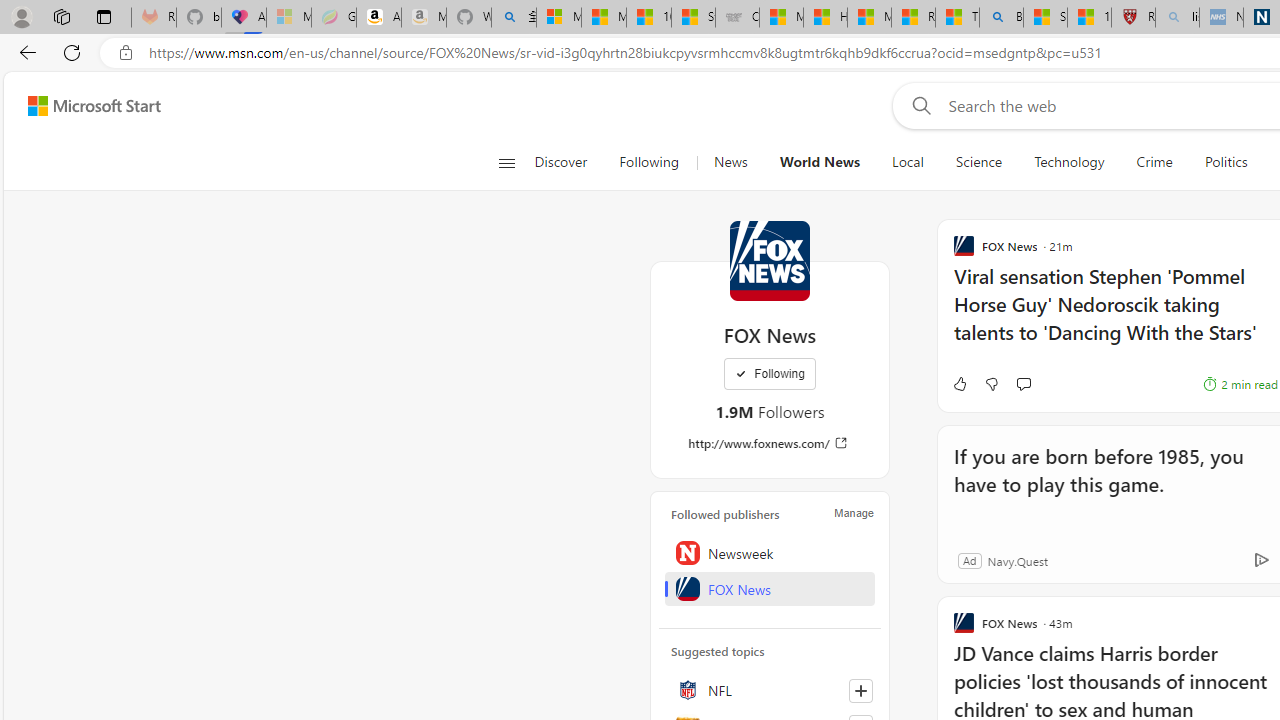 This screenshot has height=720, width=1280. What do you see at coordinates (825, 17) in the screenshot?
I see `'How I Got Rid of Microsoft Edge'` at bounding box center [825, 17].